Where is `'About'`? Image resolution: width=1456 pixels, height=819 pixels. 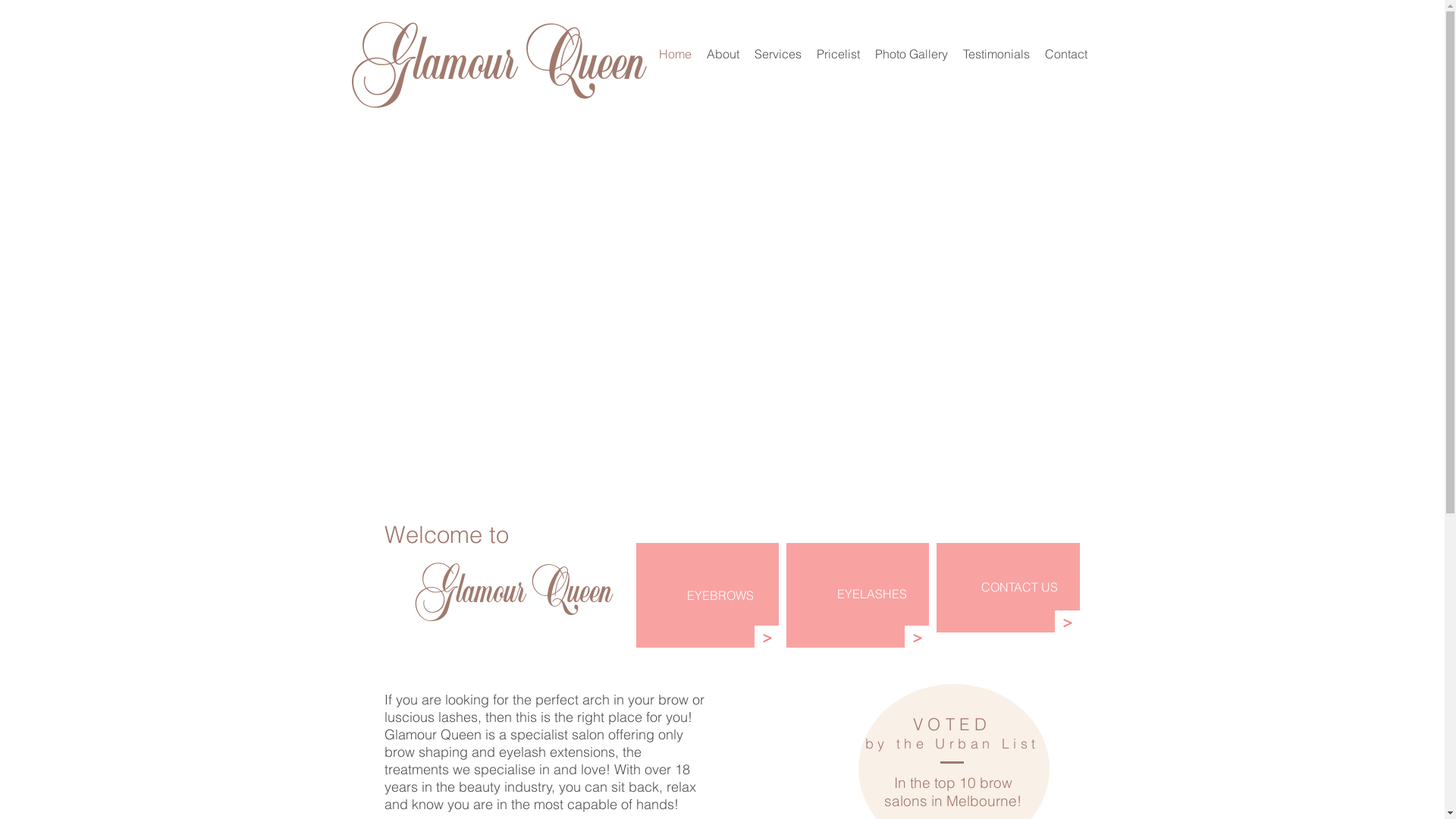
'About' is located at coordinates (722, 52).